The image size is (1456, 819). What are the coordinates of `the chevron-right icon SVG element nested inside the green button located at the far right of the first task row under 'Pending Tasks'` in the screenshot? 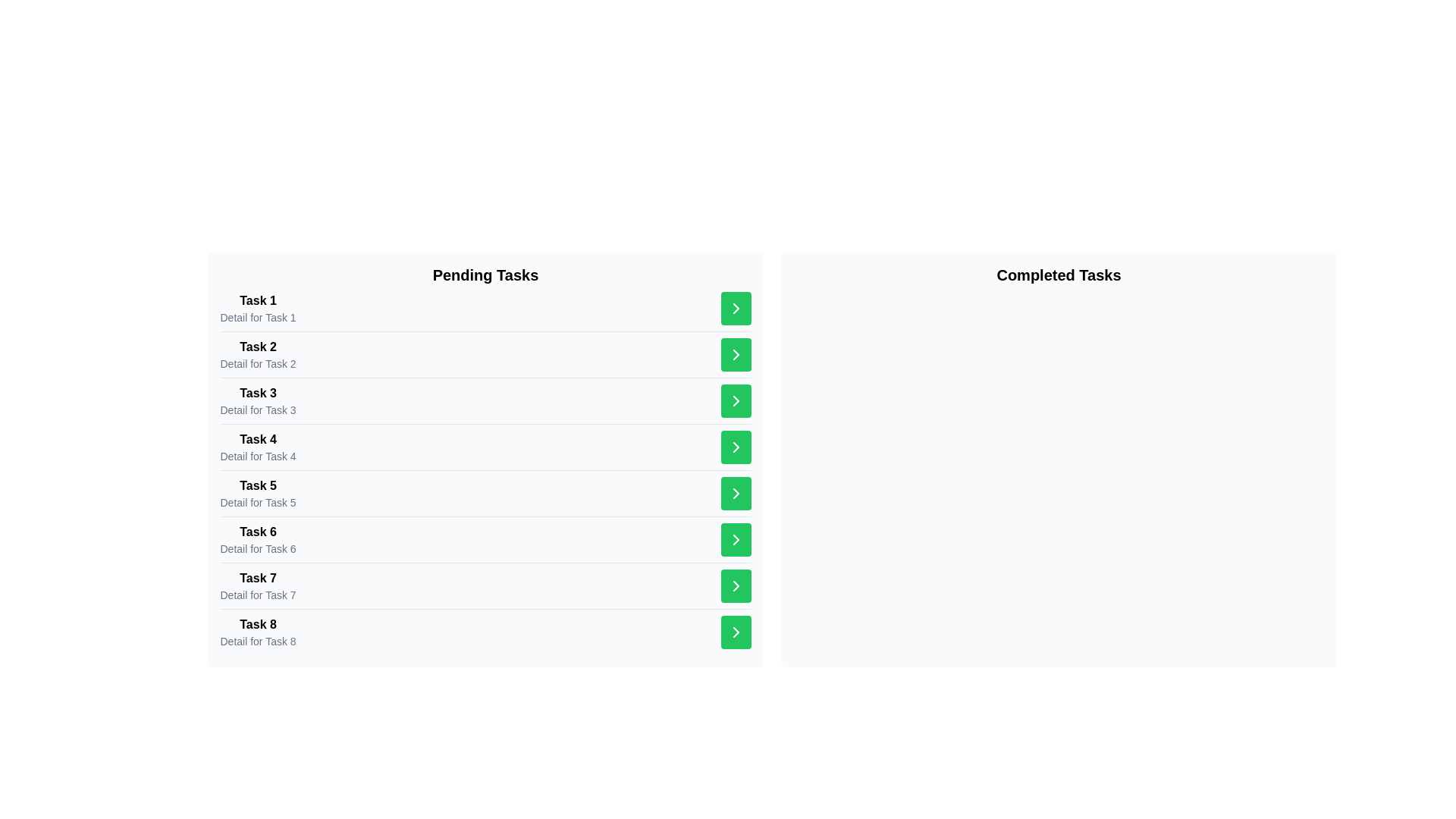 It's located at (736, 308).